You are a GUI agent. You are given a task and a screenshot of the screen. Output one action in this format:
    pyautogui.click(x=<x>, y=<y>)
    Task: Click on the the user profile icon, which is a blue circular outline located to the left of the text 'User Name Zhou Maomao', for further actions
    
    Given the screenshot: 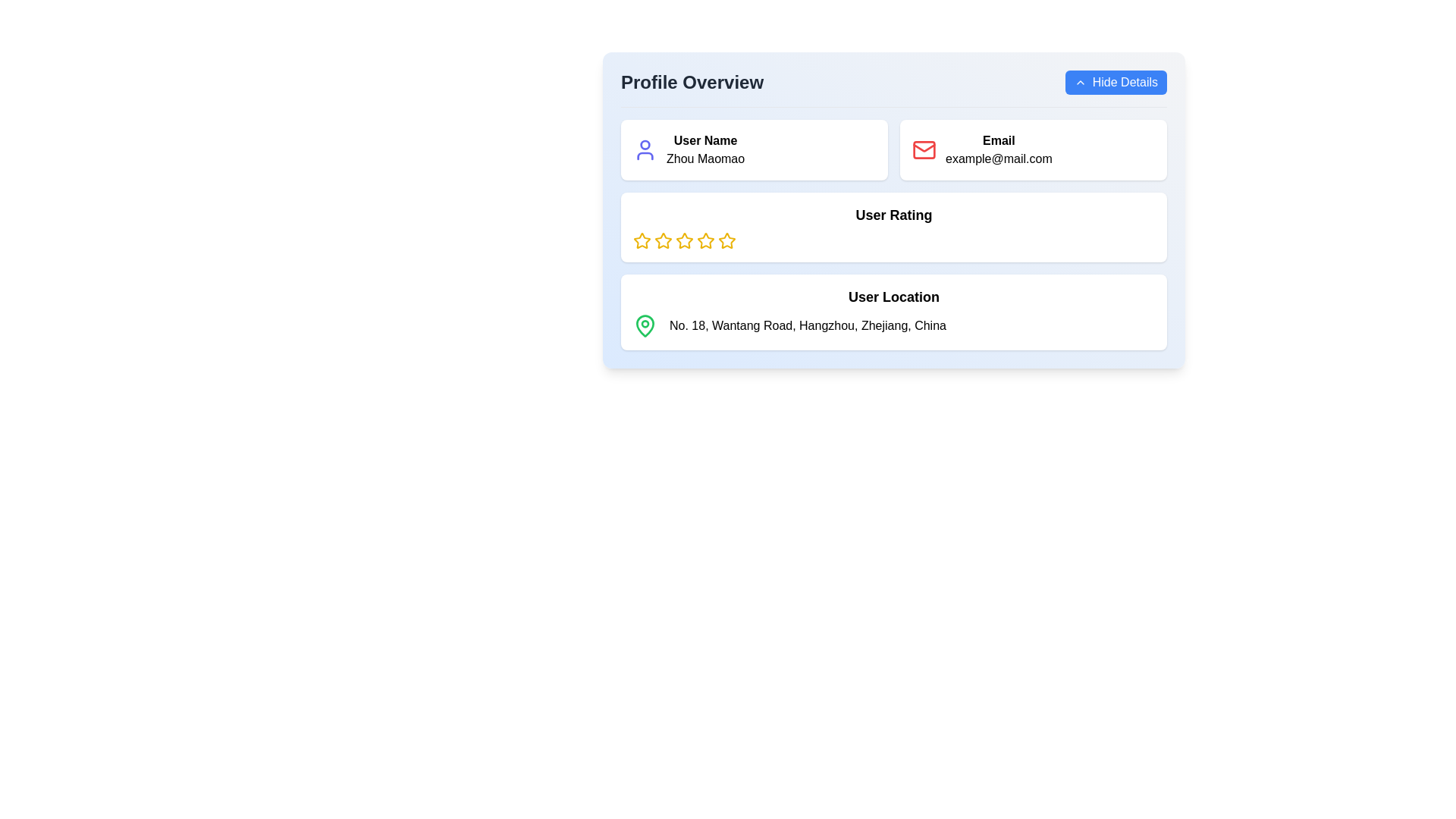 What is the action you would take?
    pyautogui.click(x=645, y=149)
    